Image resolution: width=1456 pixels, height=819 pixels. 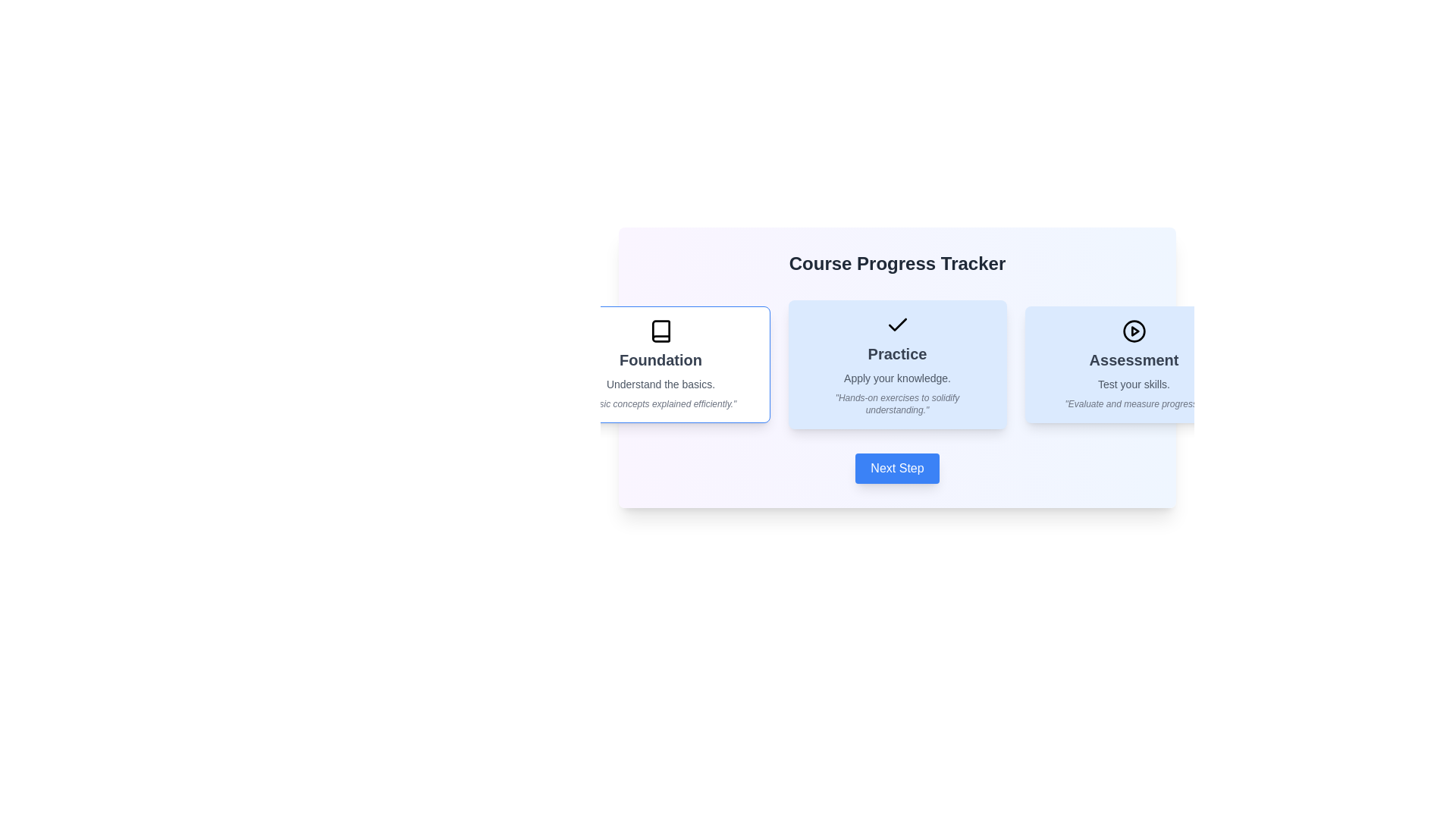 I want to click on the bold header of the 'Practice' Content Panel, which is the middle panel under the 'Course Progress Tracker' header, so click(x=897, y=368).